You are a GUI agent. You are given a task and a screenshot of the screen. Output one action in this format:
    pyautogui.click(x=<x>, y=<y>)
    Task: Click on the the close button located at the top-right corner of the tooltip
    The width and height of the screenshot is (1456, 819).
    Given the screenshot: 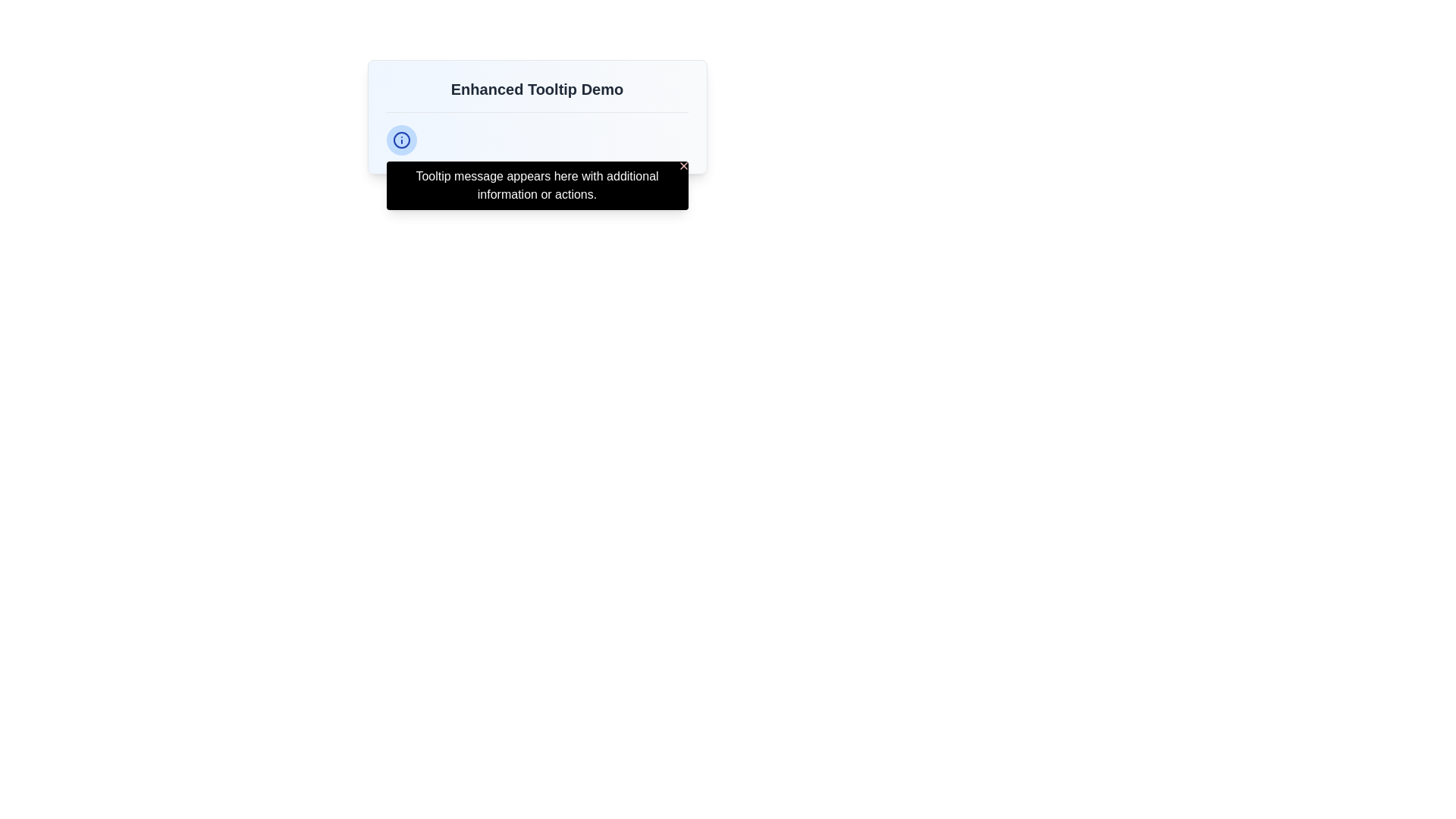 What is the action you would take?
    pyautogui.click(x=682, y=166)
    